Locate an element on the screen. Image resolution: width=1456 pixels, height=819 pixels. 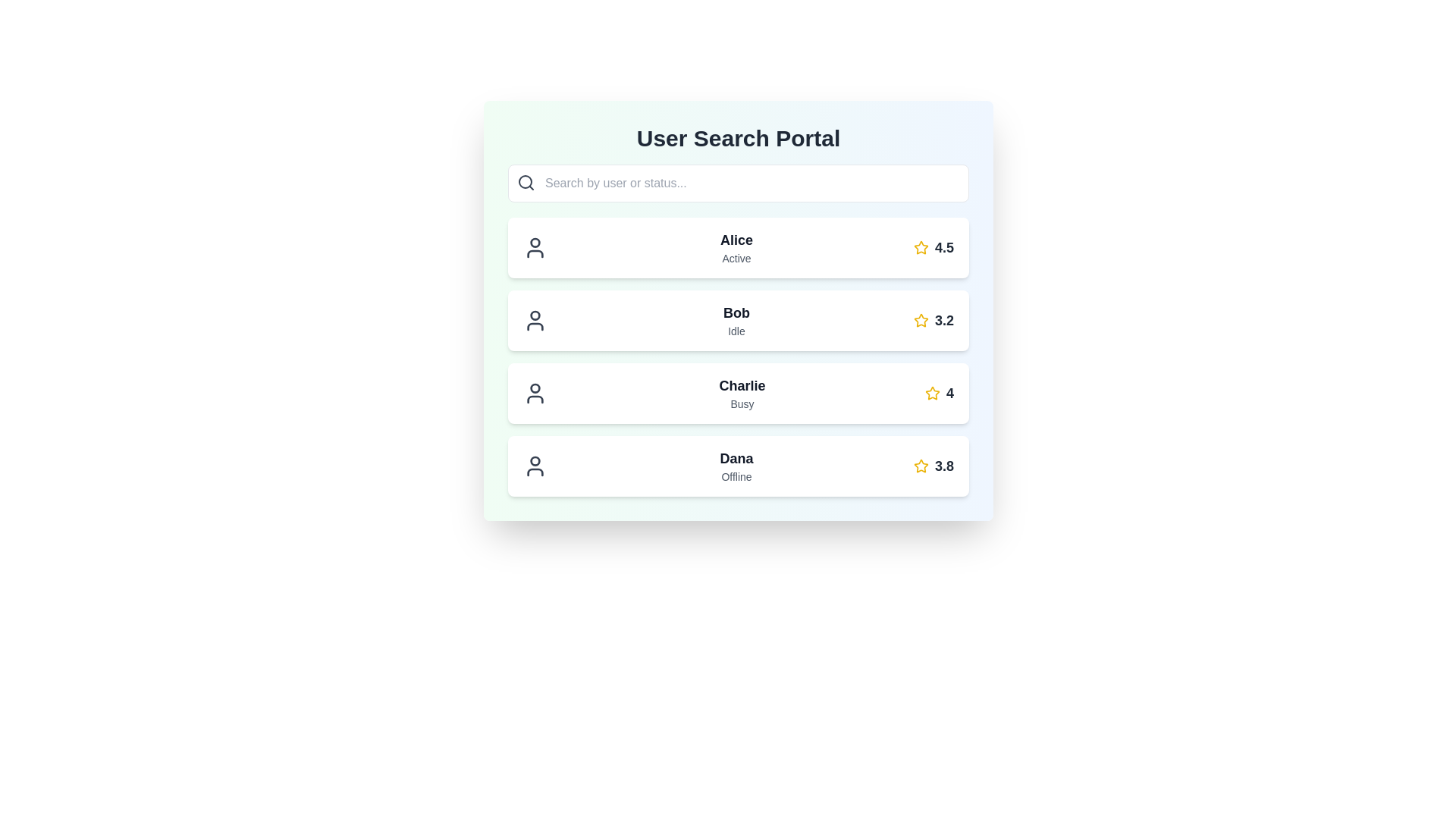
the user icon representing 'Dana', which is positioned as the first element on the far left of the row containing user details is located at coordinates (535, 465).